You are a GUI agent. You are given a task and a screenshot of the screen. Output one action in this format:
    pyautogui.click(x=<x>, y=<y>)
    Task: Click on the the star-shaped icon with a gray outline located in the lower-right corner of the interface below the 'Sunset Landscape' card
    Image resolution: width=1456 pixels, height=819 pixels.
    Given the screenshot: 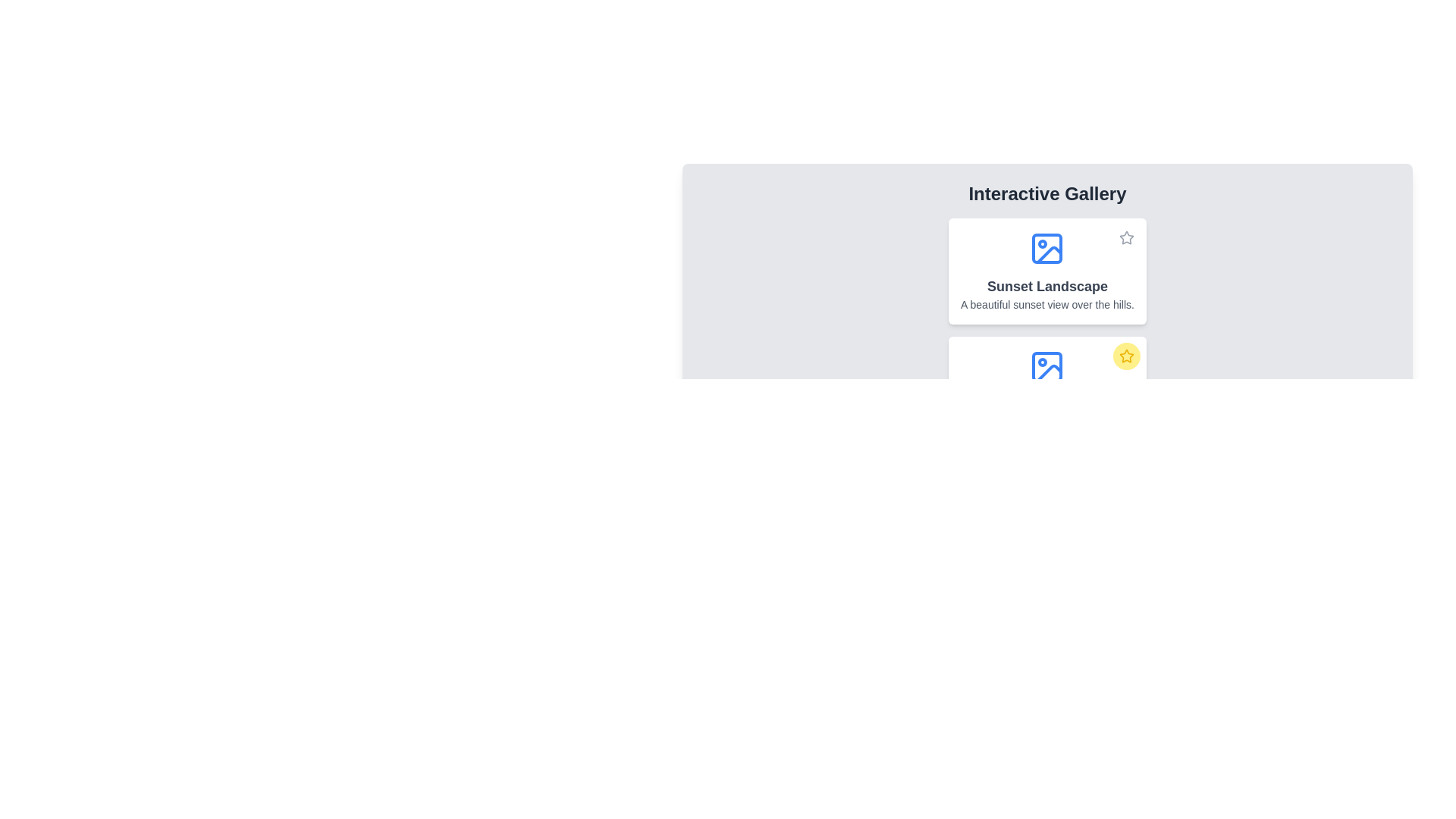 What is the action you would take?
    pyautogui.click(x=1126, y=237)
    